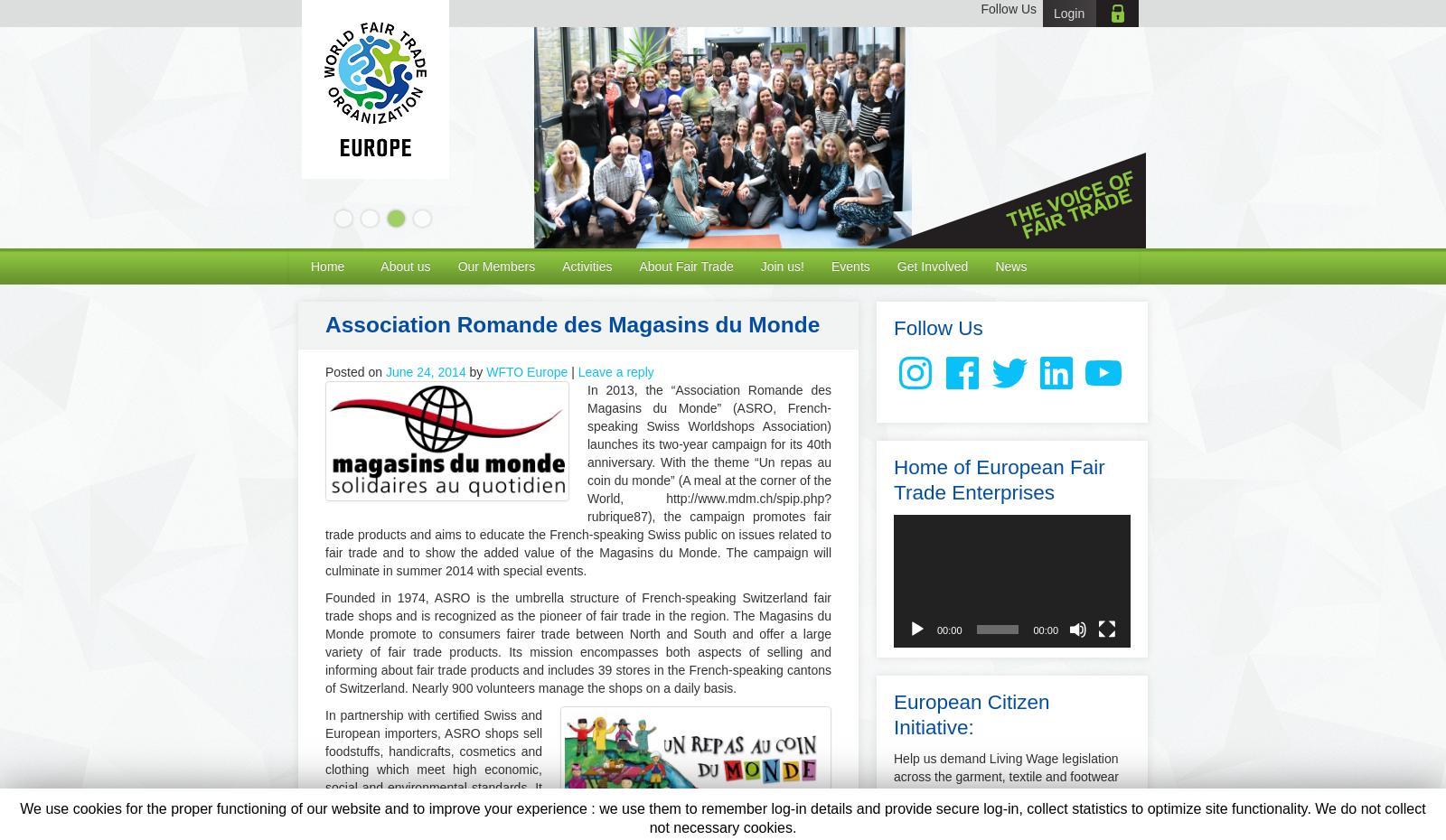 This screenshot has width=1446, height=840. I want to click on 'Posted on', so click(354, 371).